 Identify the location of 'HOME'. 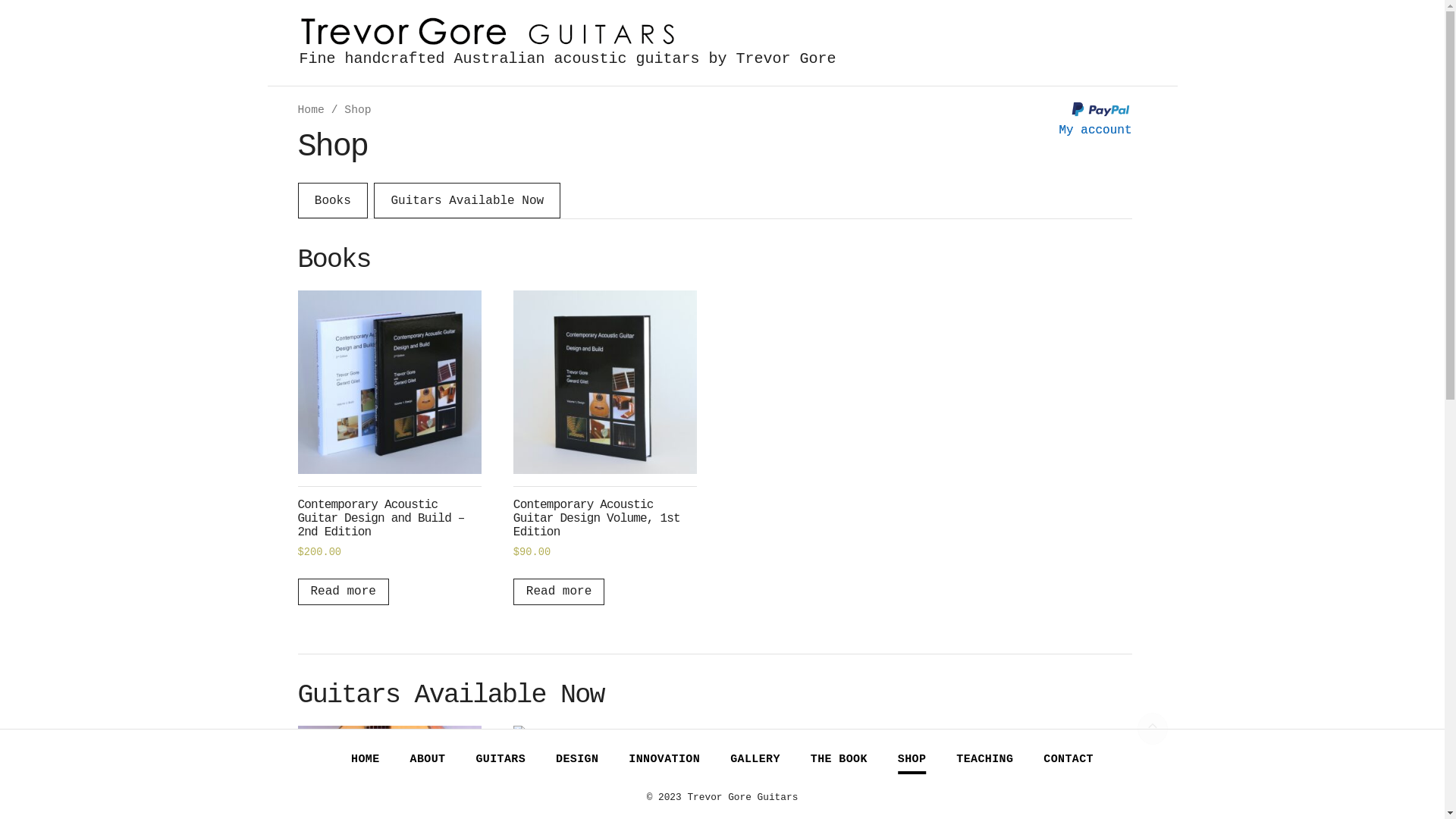
(365, 760).